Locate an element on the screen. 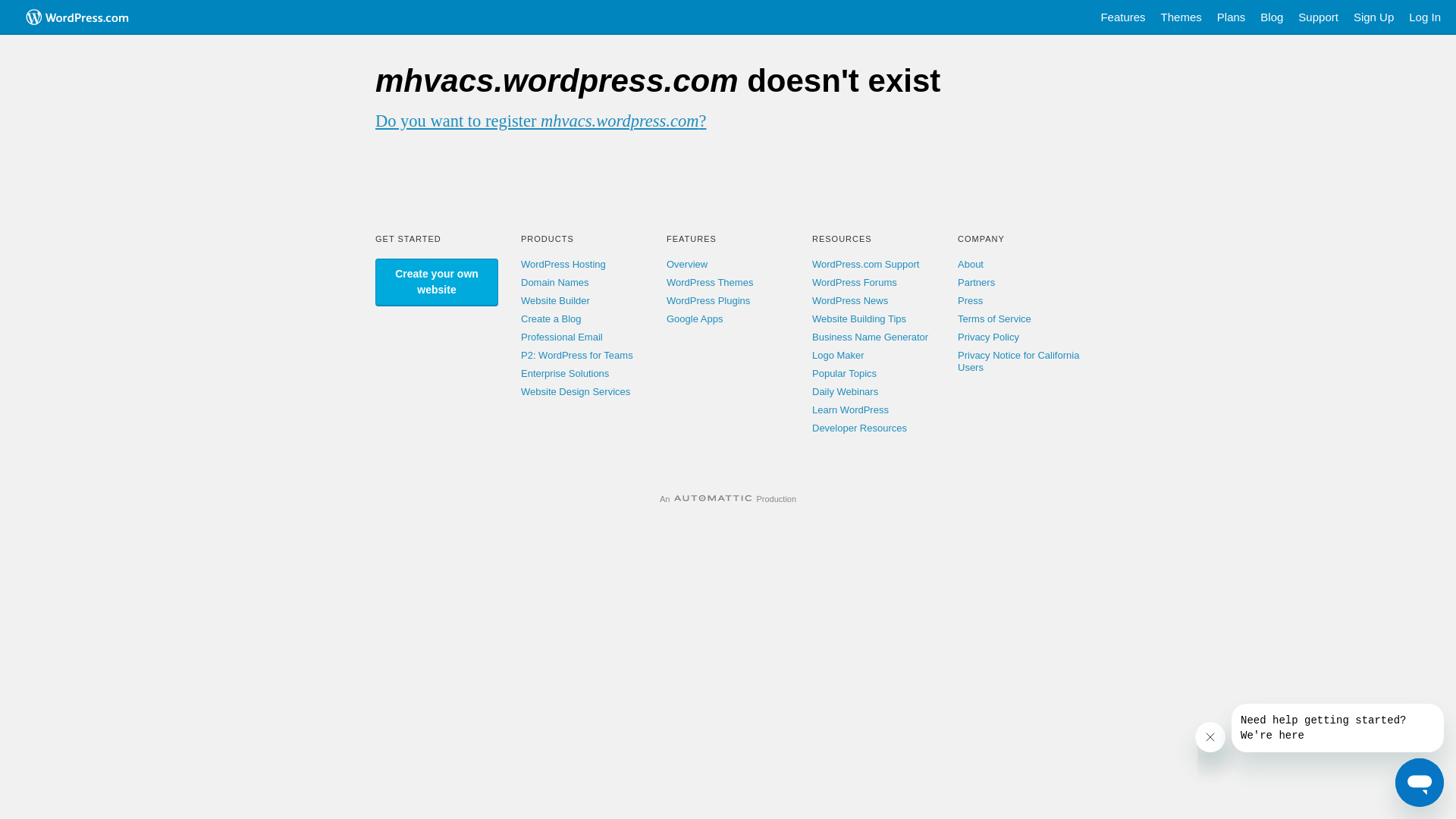 This screenshot has height=819, width=1456. 'Blog' is located at coordinates (1271, 17).